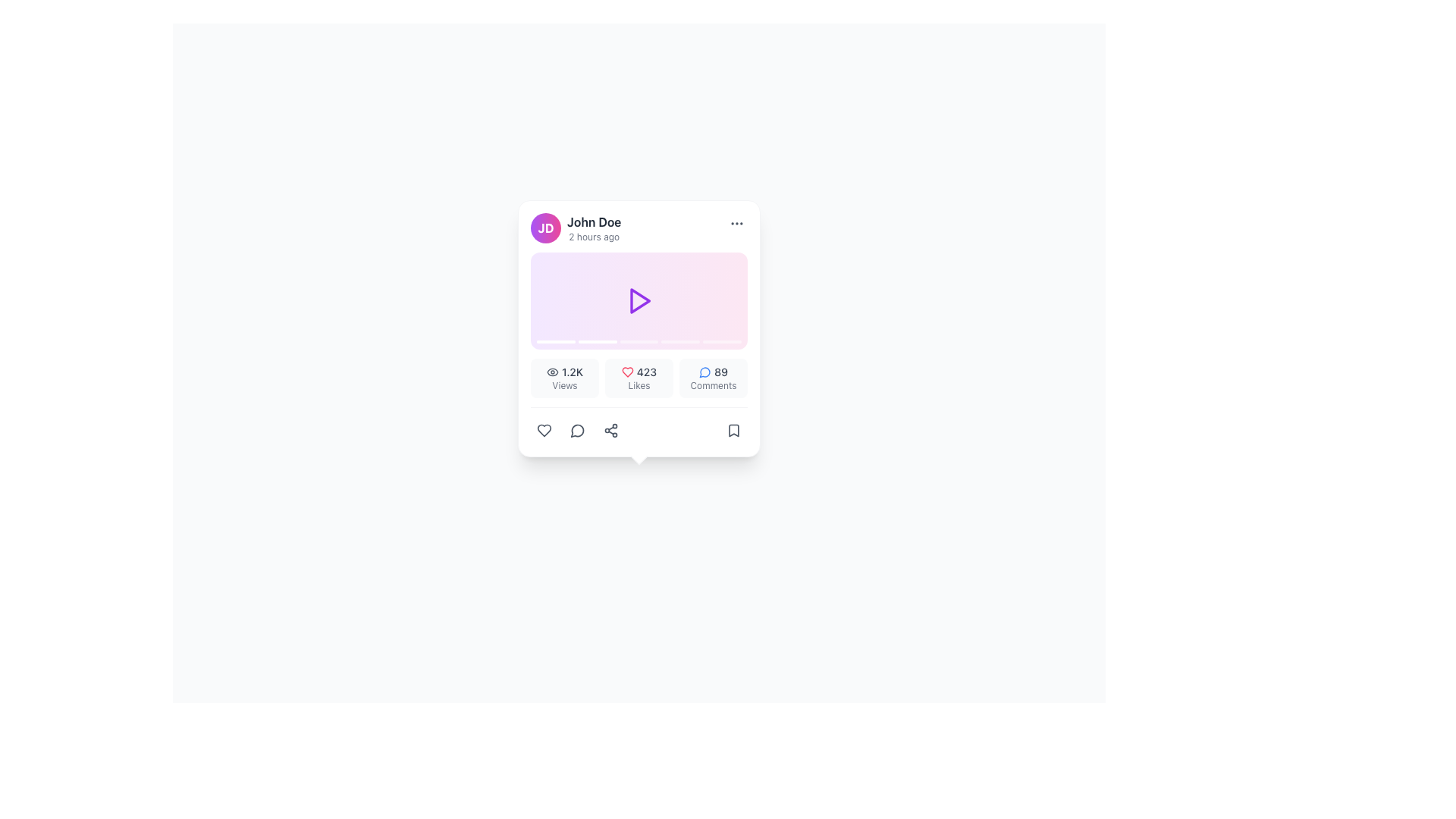  Describe the element at coordinates (544, 430) in the screenshot. I see `the clickable heart icon button located at the bottom-left corner of the card-like UI component` at that location.